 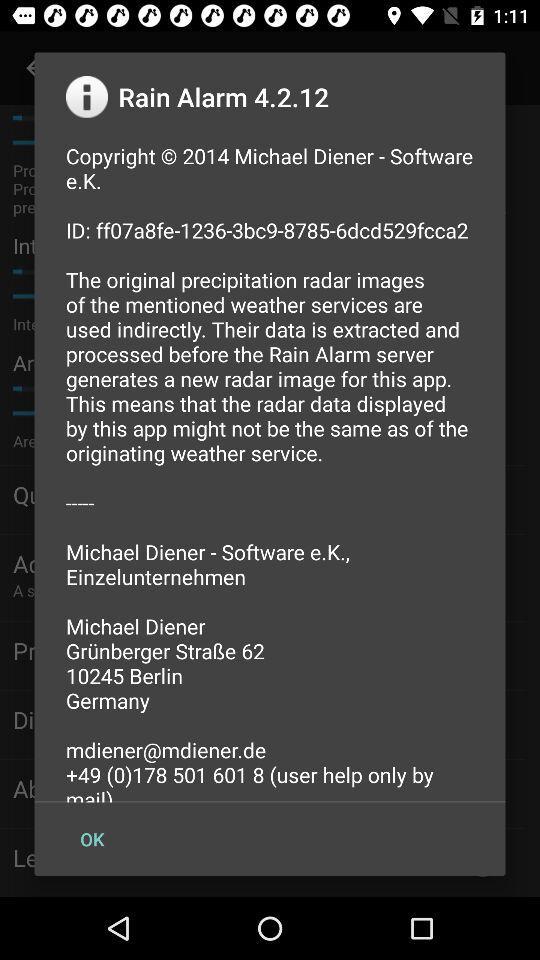 I want to click on item below the copyright 2014 michael icon, so click(x=91, y=839).